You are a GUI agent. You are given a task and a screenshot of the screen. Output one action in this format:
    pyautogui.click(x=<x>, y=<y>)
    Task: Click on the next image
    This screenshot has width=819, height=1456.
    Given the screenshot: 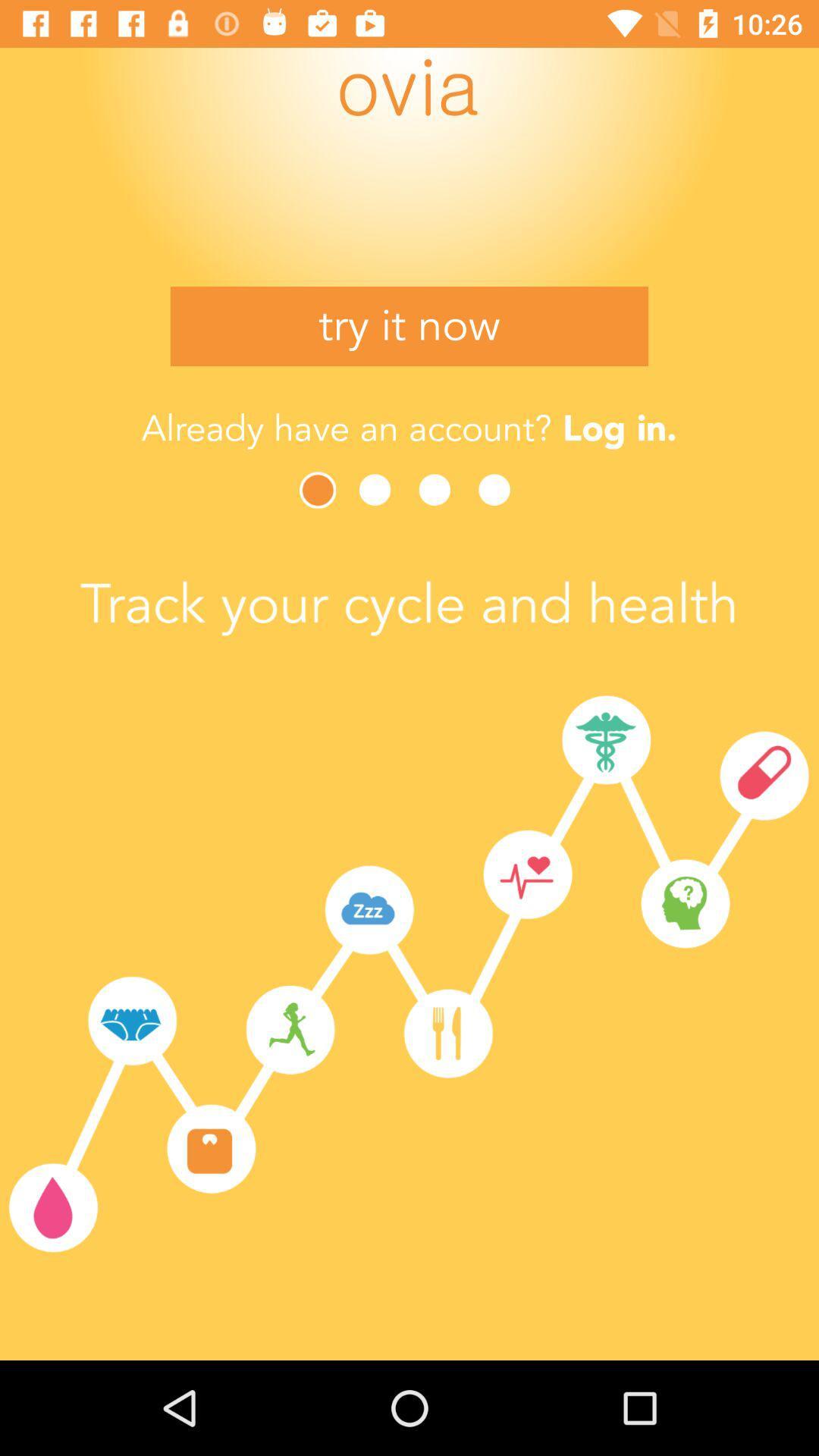 What is the action you would take?
    pyautogui.click(x=318, y=490)
    